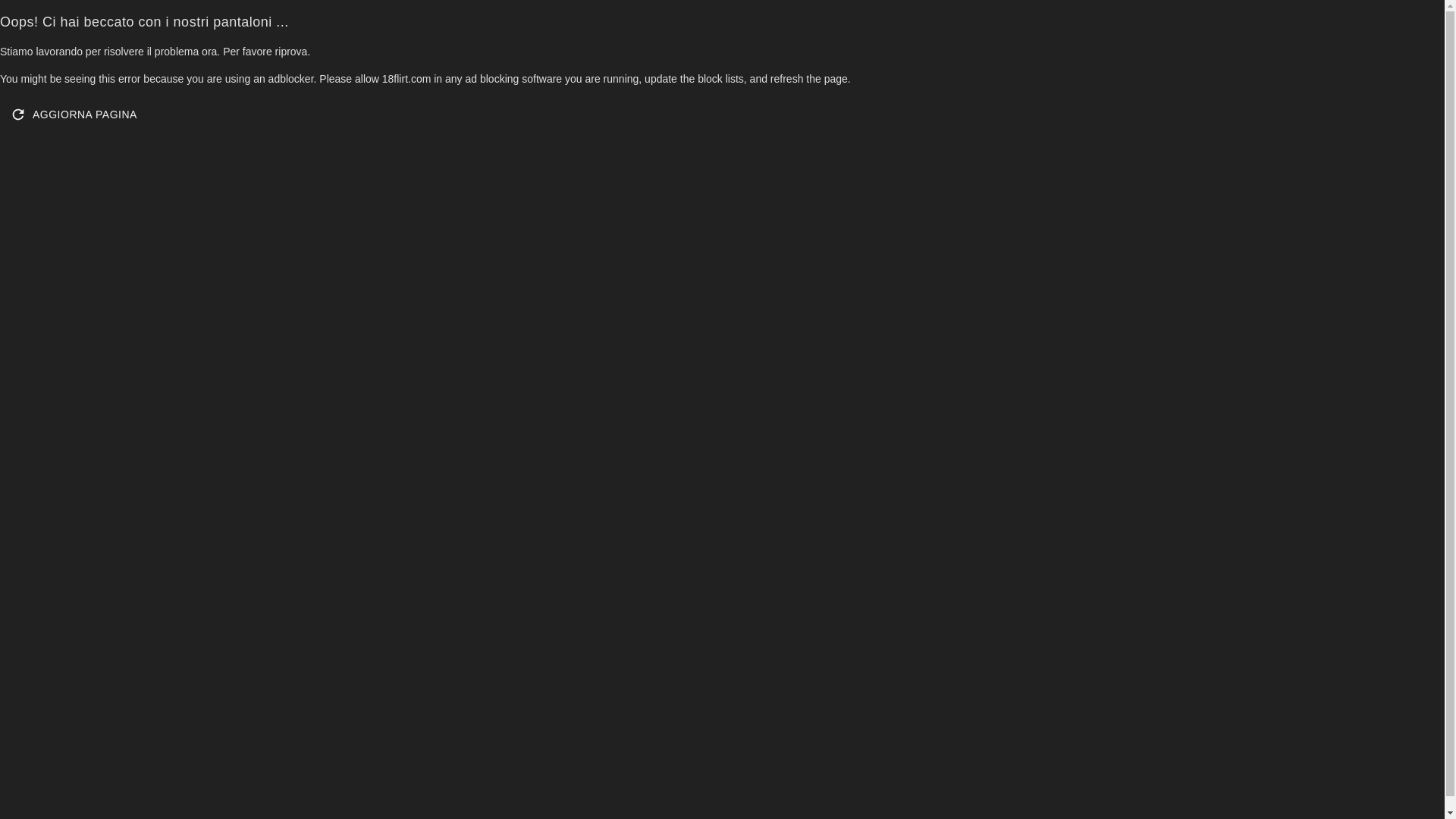  I want to click on 'AGGIORNA PAGINA', so click(74, 113).